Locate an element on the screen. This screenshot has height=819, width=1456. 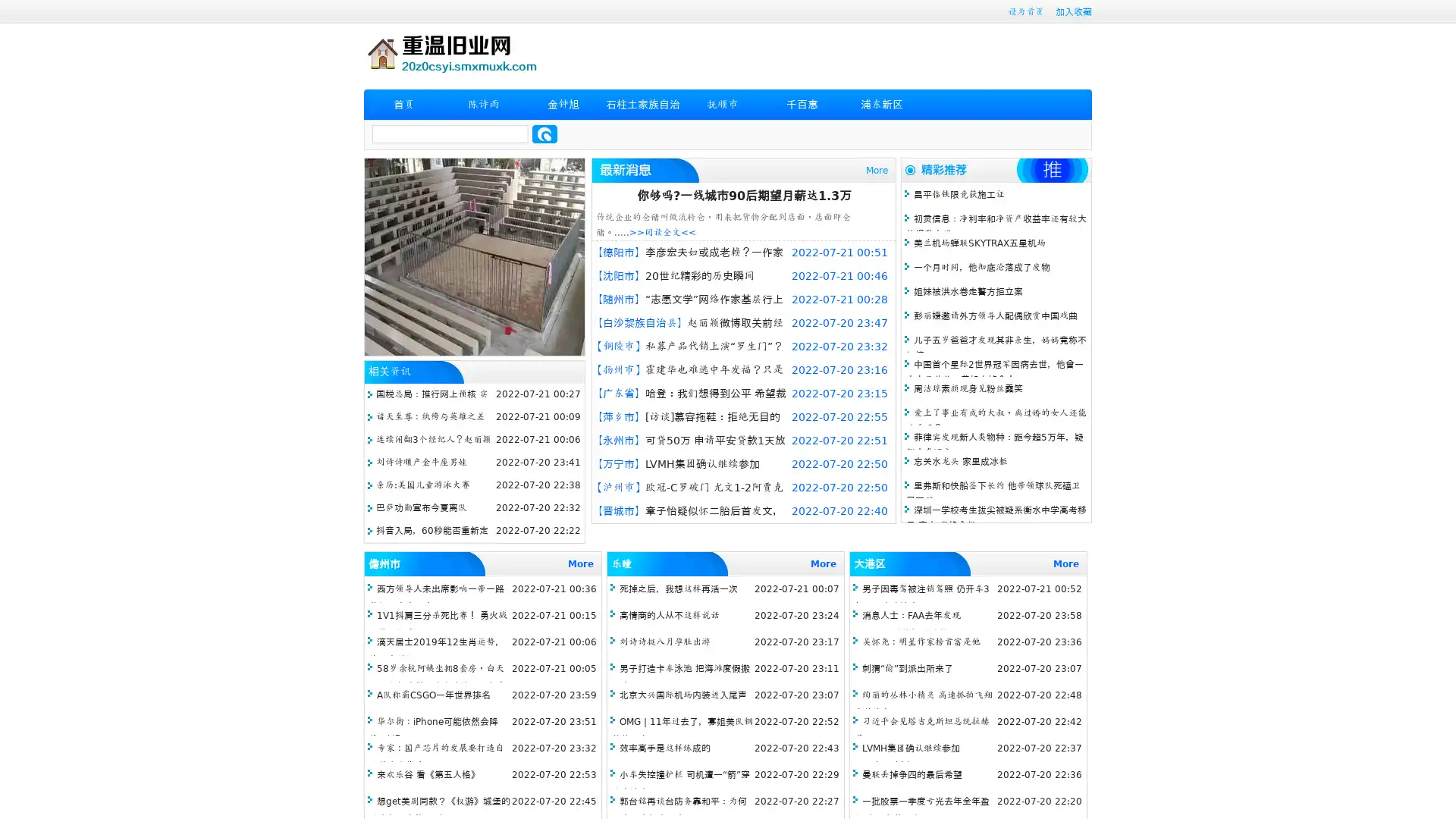
Search is located at coordinates (544, 133).